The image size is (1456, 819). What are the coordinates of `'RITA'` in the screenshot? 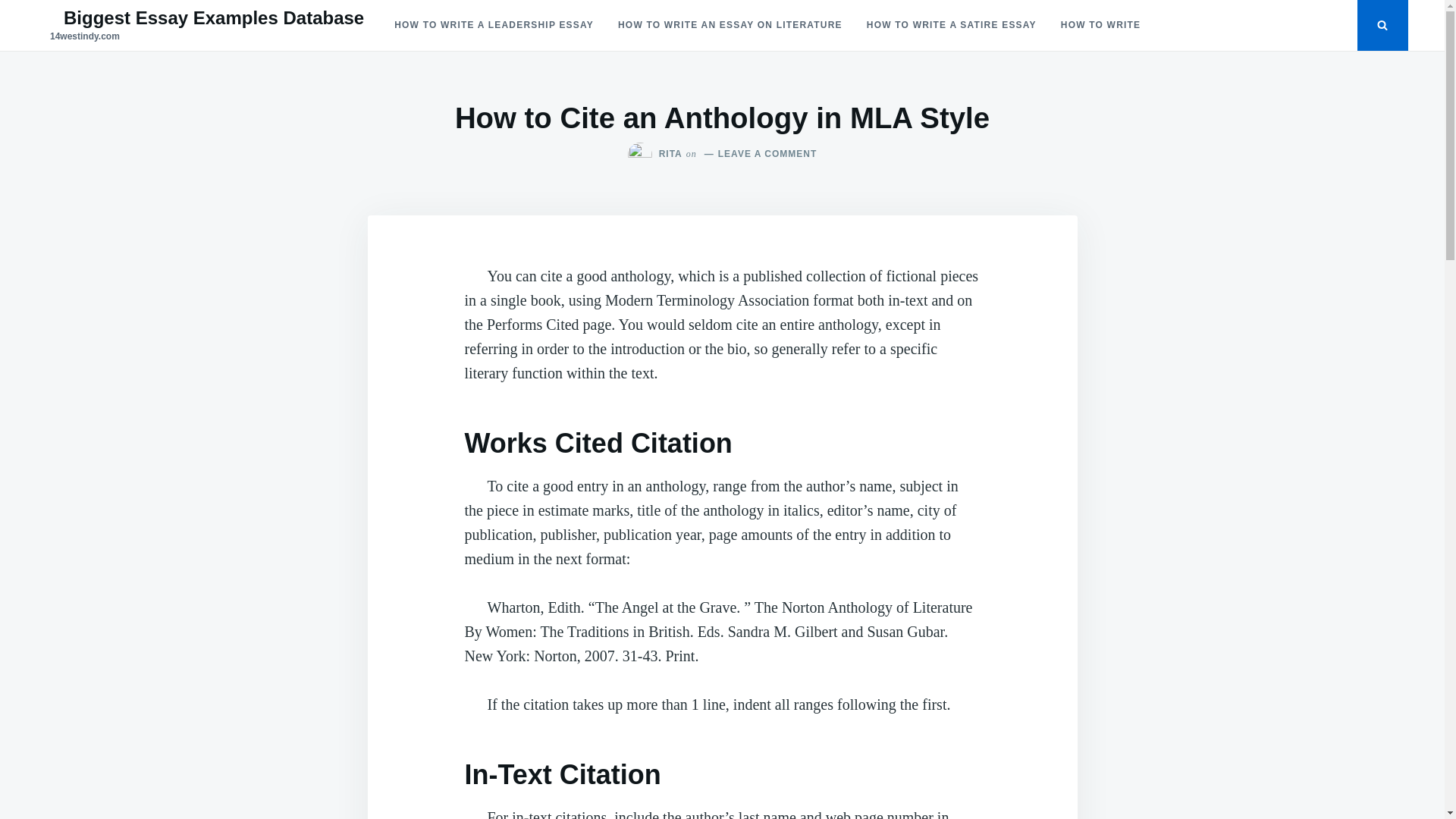 It's located at (670, 154).